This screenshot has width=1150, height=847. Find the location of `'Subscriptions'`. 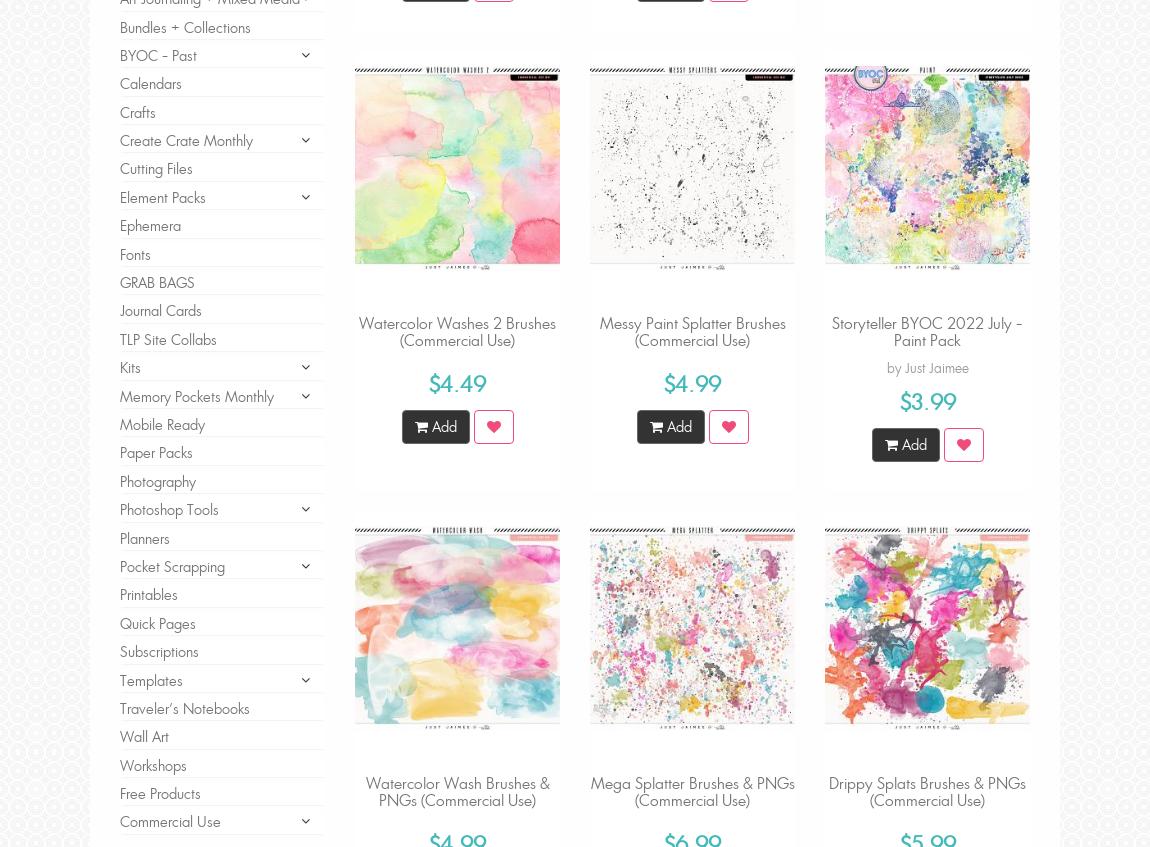

'Subscriptions' is located at coordinates (118, 650).